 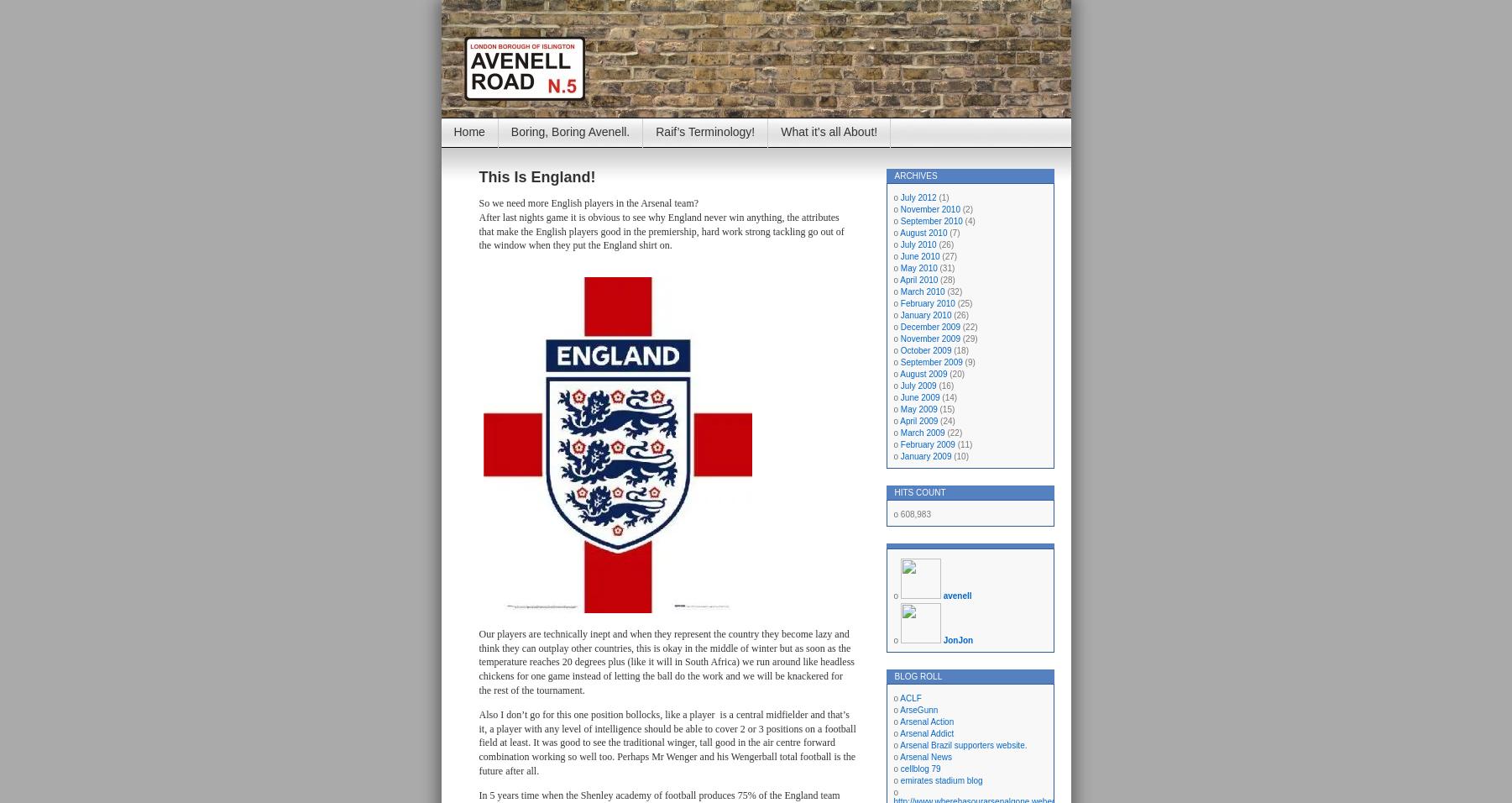 I want to click on '(14)', so click(x=948, y=397).